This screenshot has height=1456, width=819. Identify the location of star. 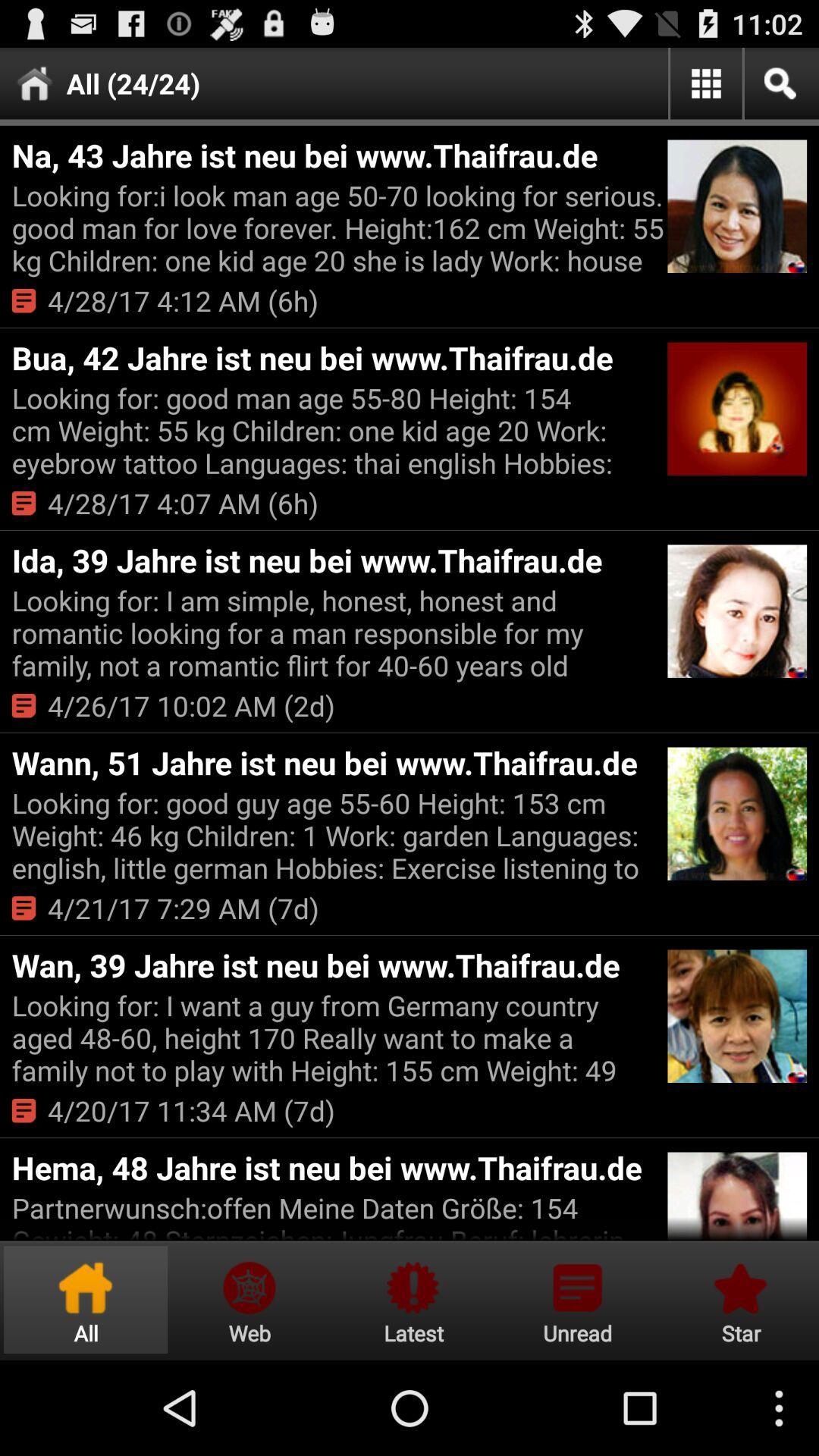
(738, 1299).